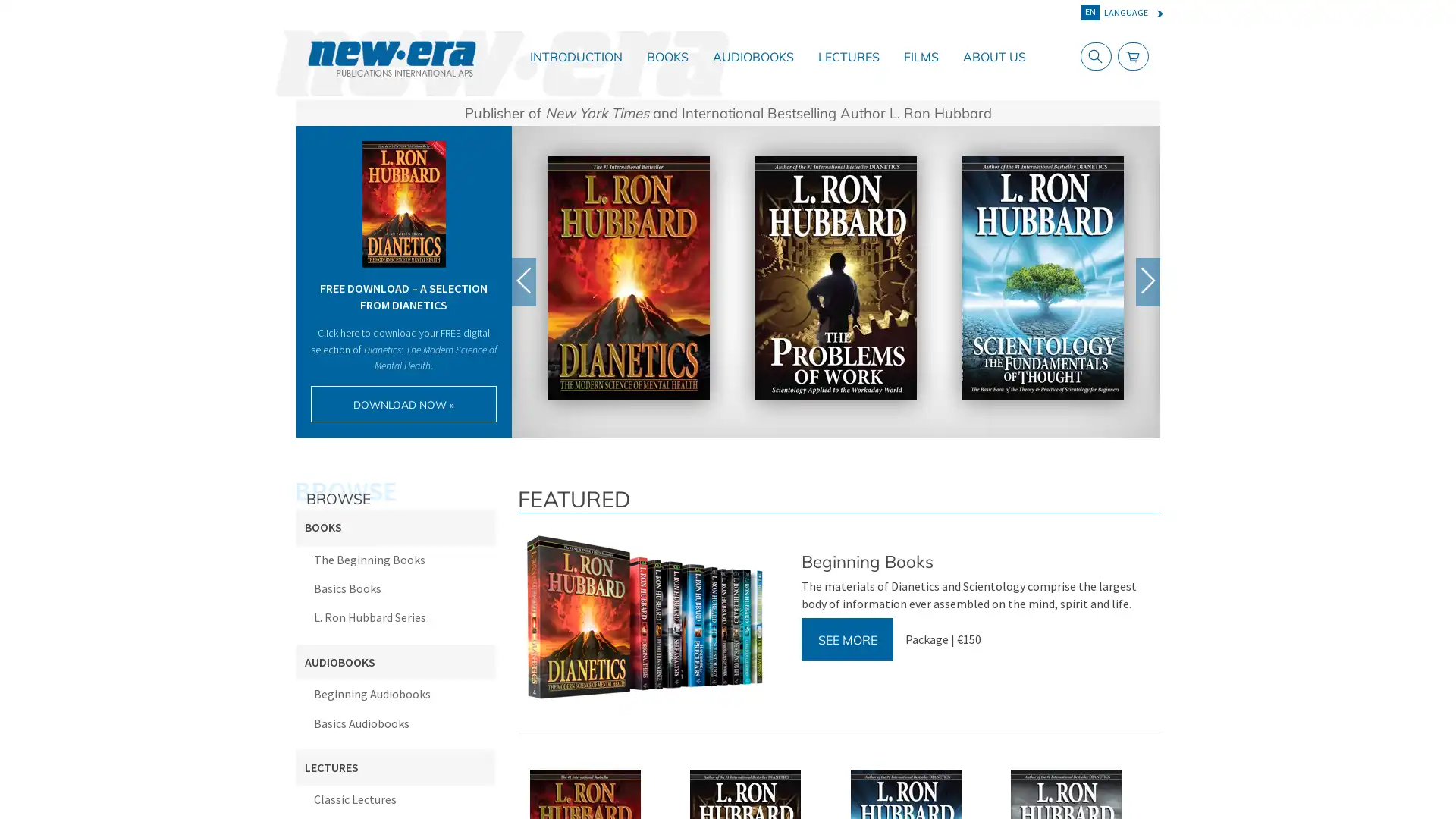 Image resolution: width=1456 pixels, height=819 pixels. I want to click on Previous slide, so click(524, 281).